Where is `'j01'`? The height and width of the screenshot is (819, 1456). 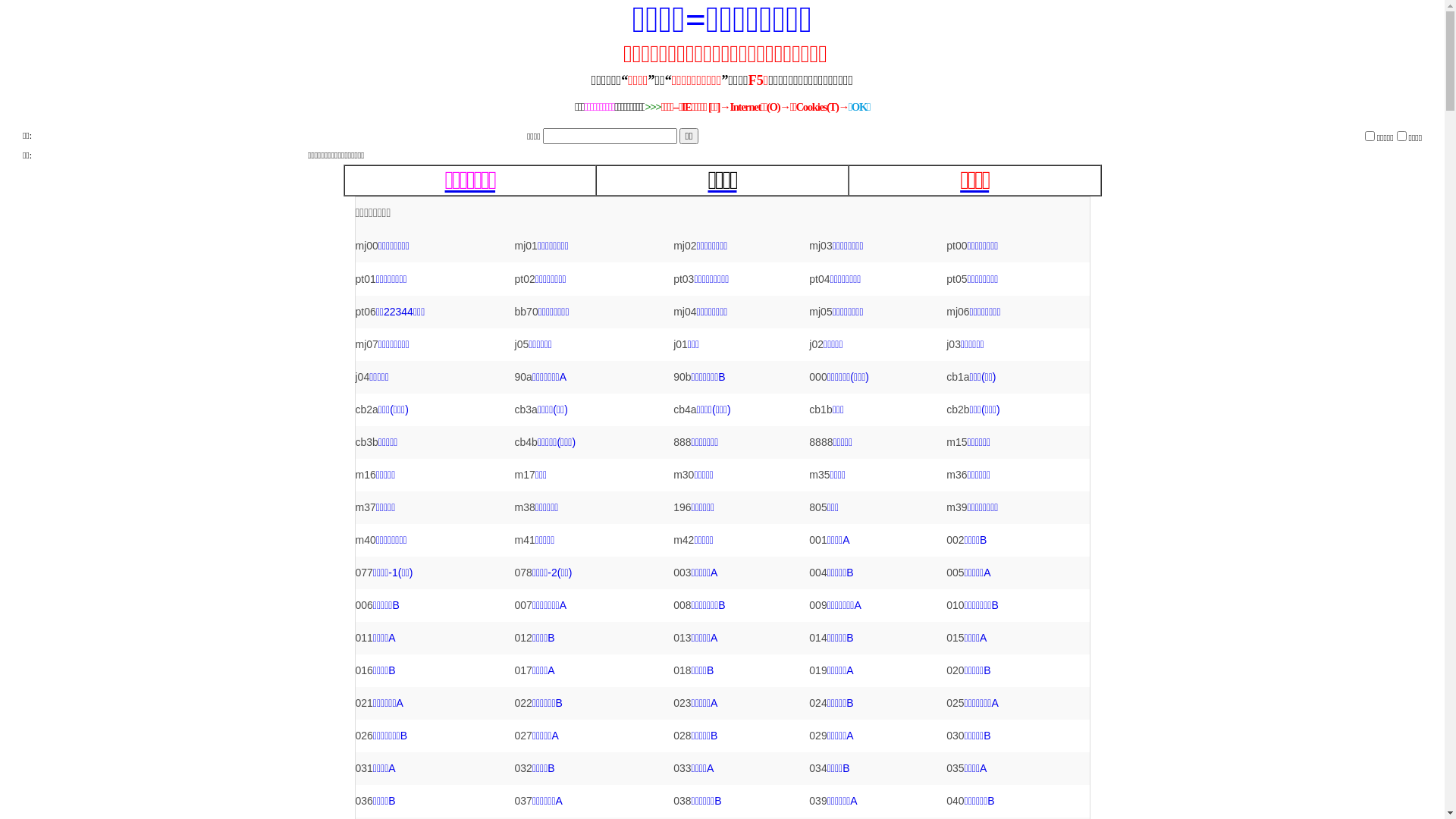 'j01' is located at coordinates (679, 344).